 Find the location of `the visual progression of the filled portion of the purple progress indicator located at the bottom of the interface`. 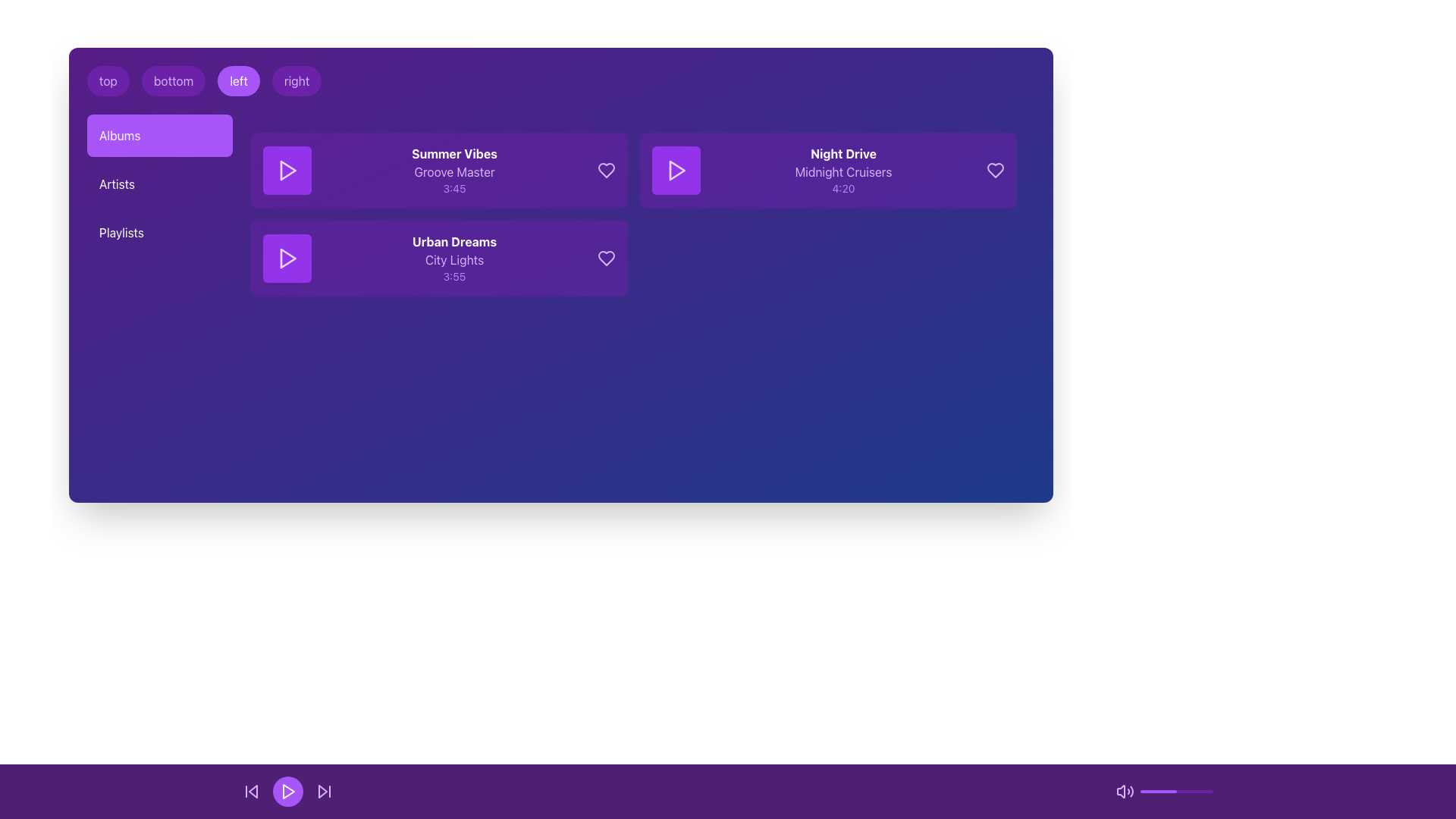

the visual progression of the filled portion of the purple progress indicator located at the bottom of the interface is located at coordinates (1157, 791).